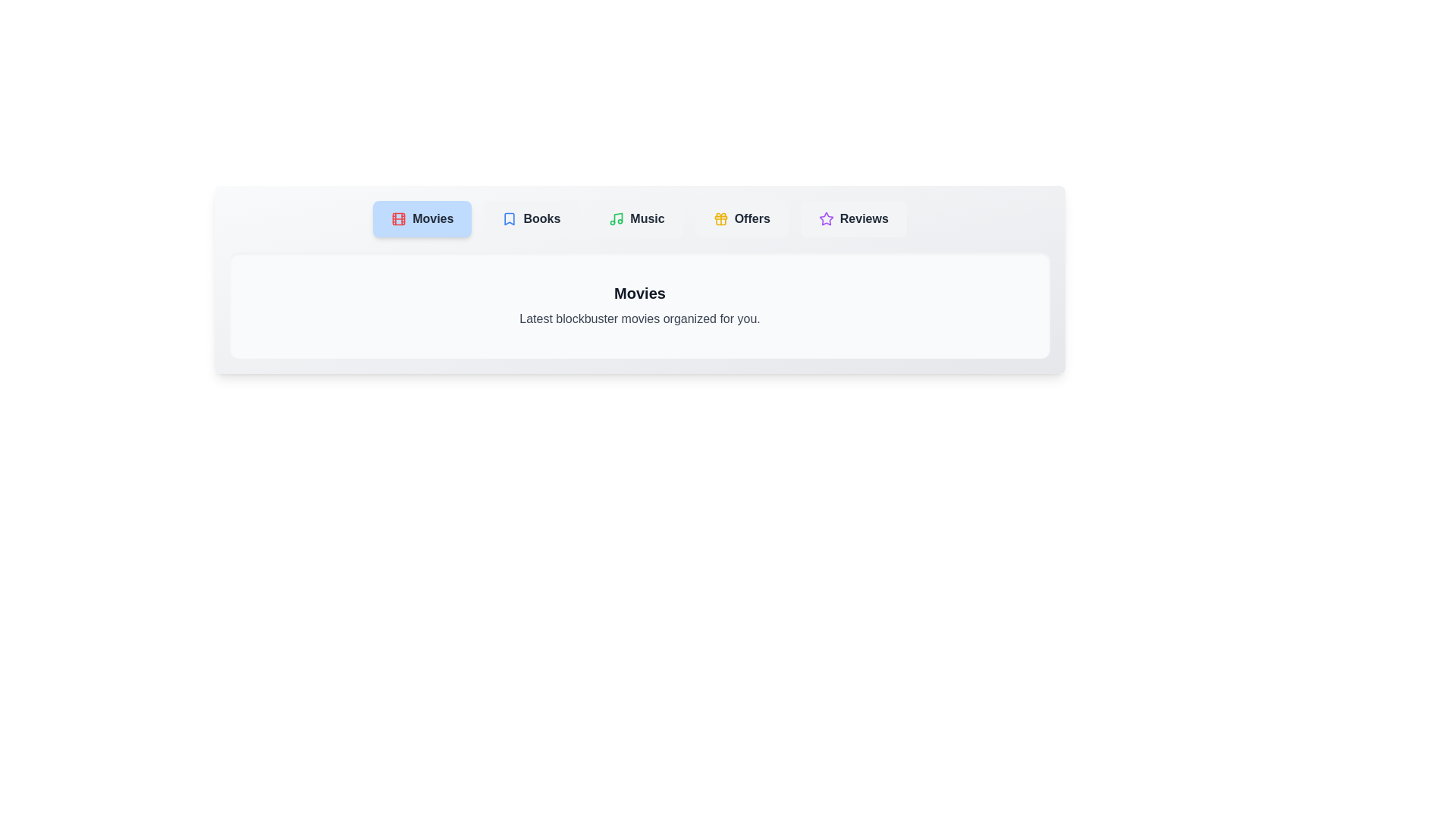  Describe the element at coordinates (742, 219) in the screenshot. I see `the tab labeled Offers to switch to its content` at that location.